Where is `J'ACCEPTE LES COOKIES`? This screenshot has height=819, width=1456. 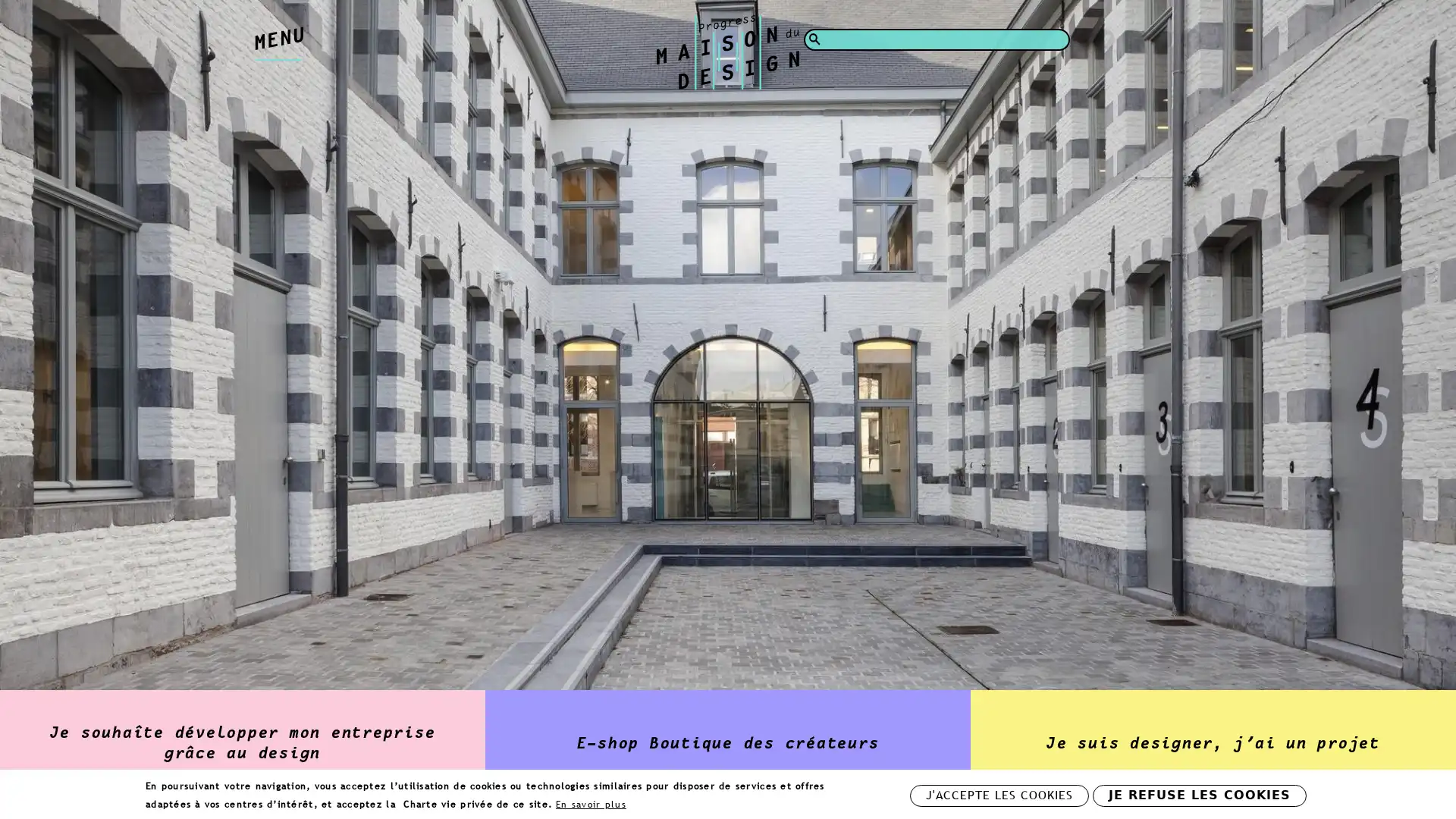 J'ACCEPTE LES COOKIES is located at coordinates (999, 795).